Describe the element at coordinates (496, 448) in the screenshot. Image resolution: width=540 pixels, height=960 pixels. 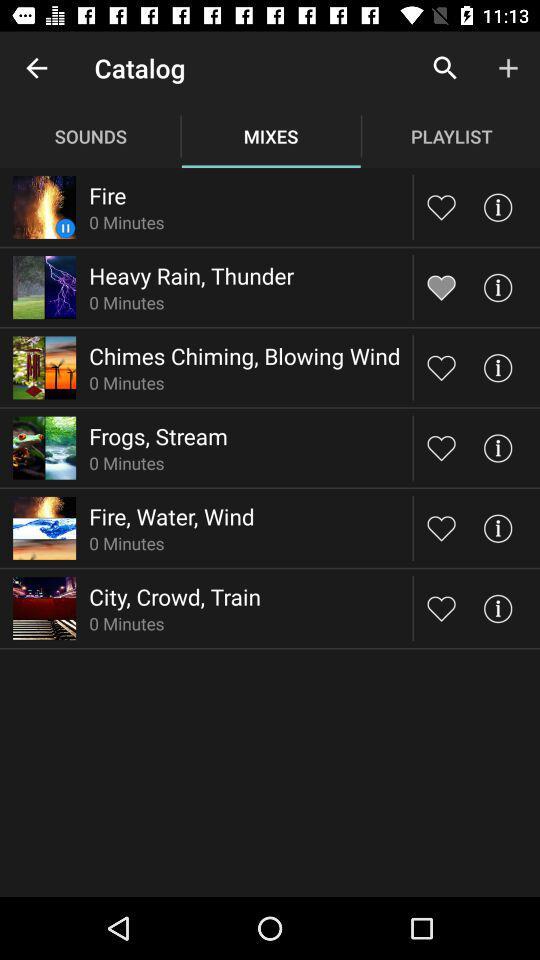
I see `find info` at that location.